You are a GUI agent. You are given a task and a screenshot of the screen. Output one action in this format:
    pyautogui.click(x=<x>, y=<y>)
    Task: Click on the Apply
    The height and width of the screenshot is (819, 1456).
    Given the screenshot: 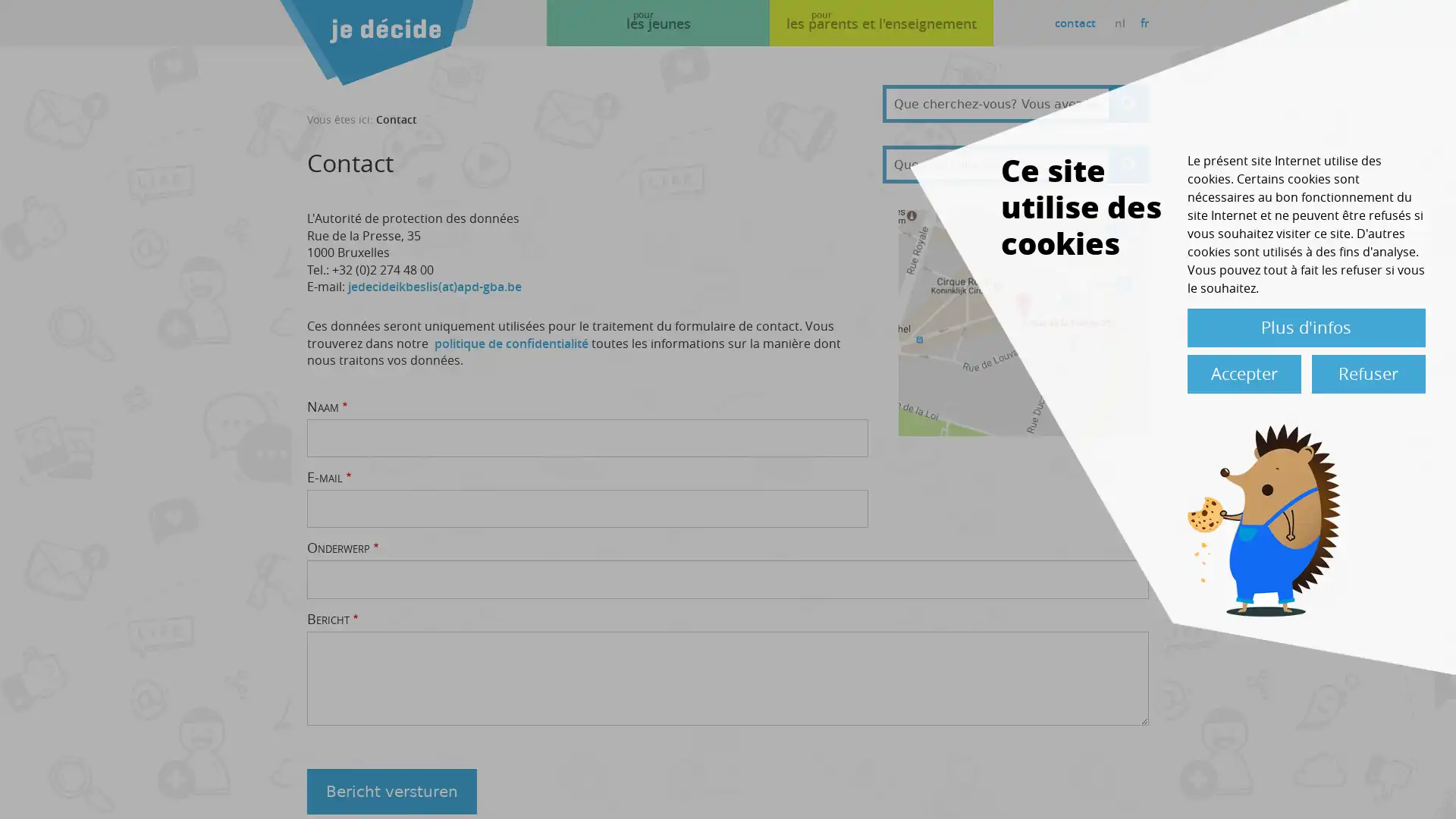 What is the action you would take?
    pyautogui.click(x=1128, y=164)
    